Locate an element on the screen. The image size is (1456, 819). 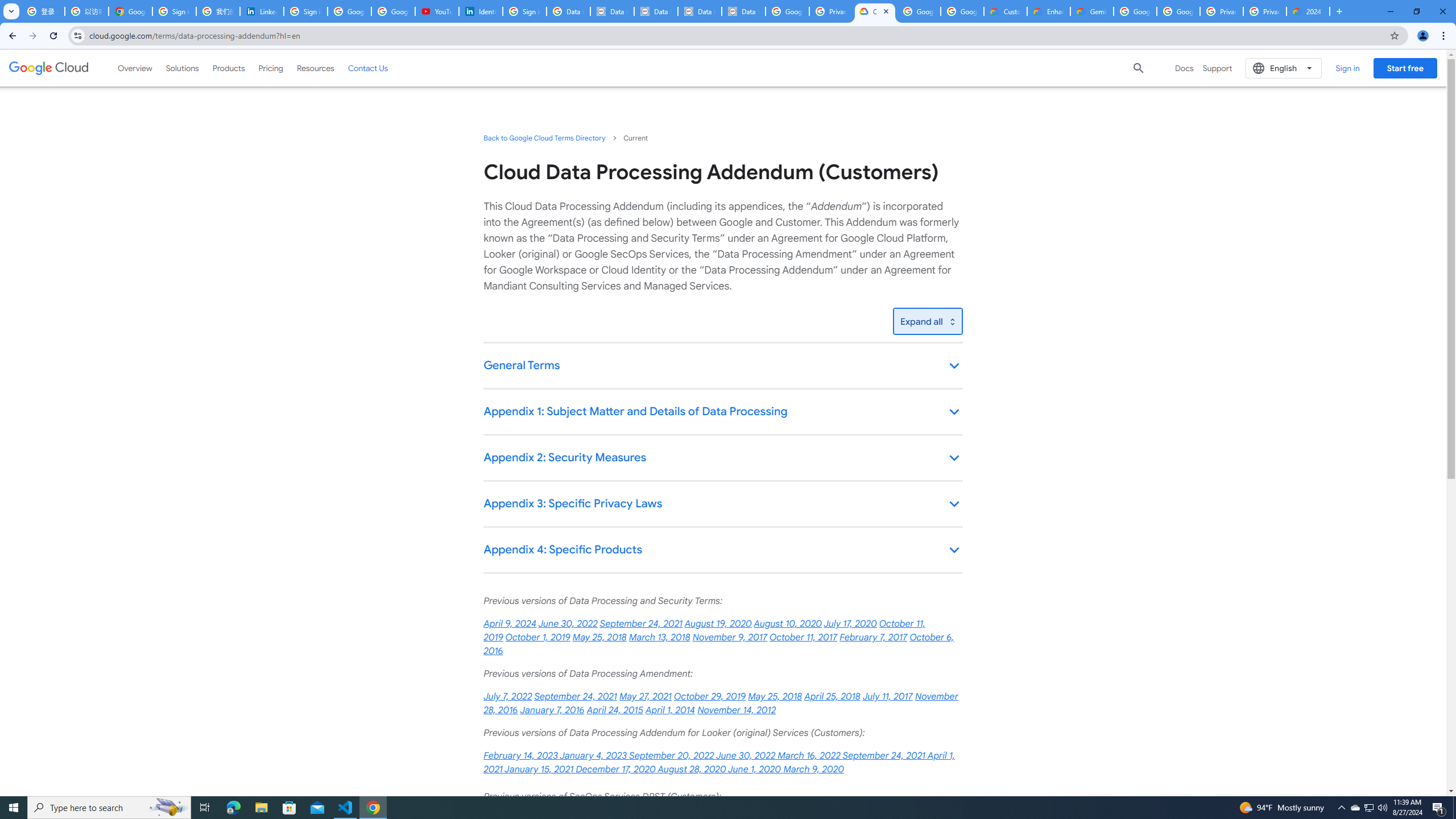
'Toggle all' is located at coordinates (927, 321).